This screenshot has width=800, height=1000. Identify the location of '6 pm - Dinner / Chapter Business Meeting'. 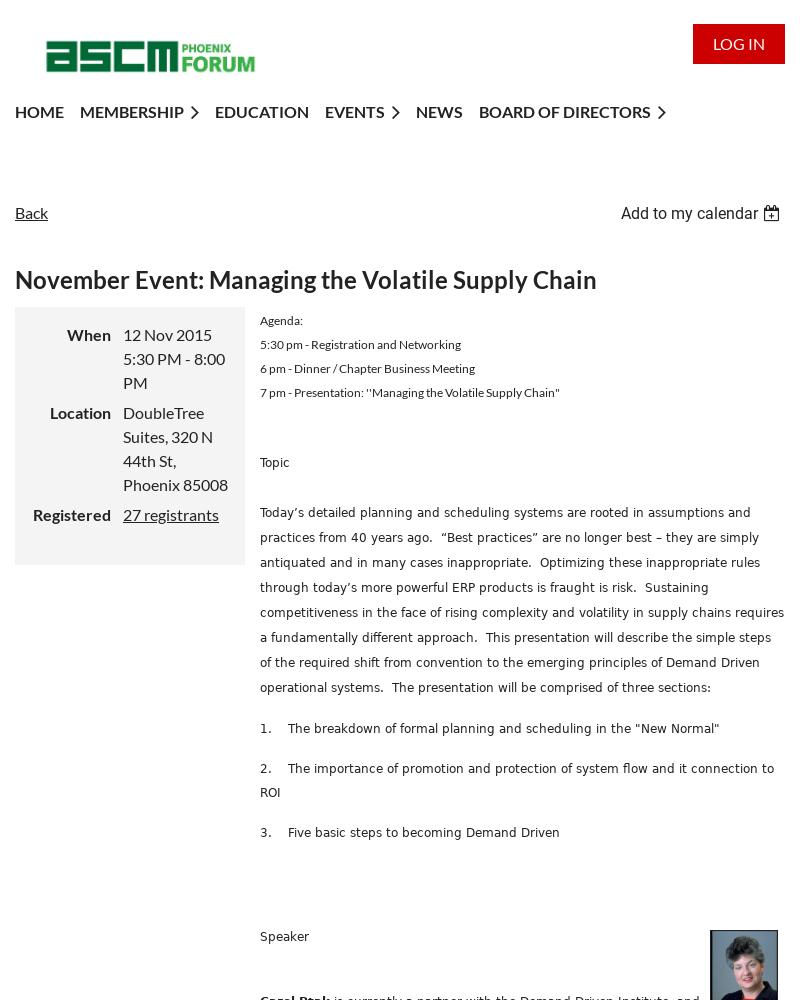
(367, 366).